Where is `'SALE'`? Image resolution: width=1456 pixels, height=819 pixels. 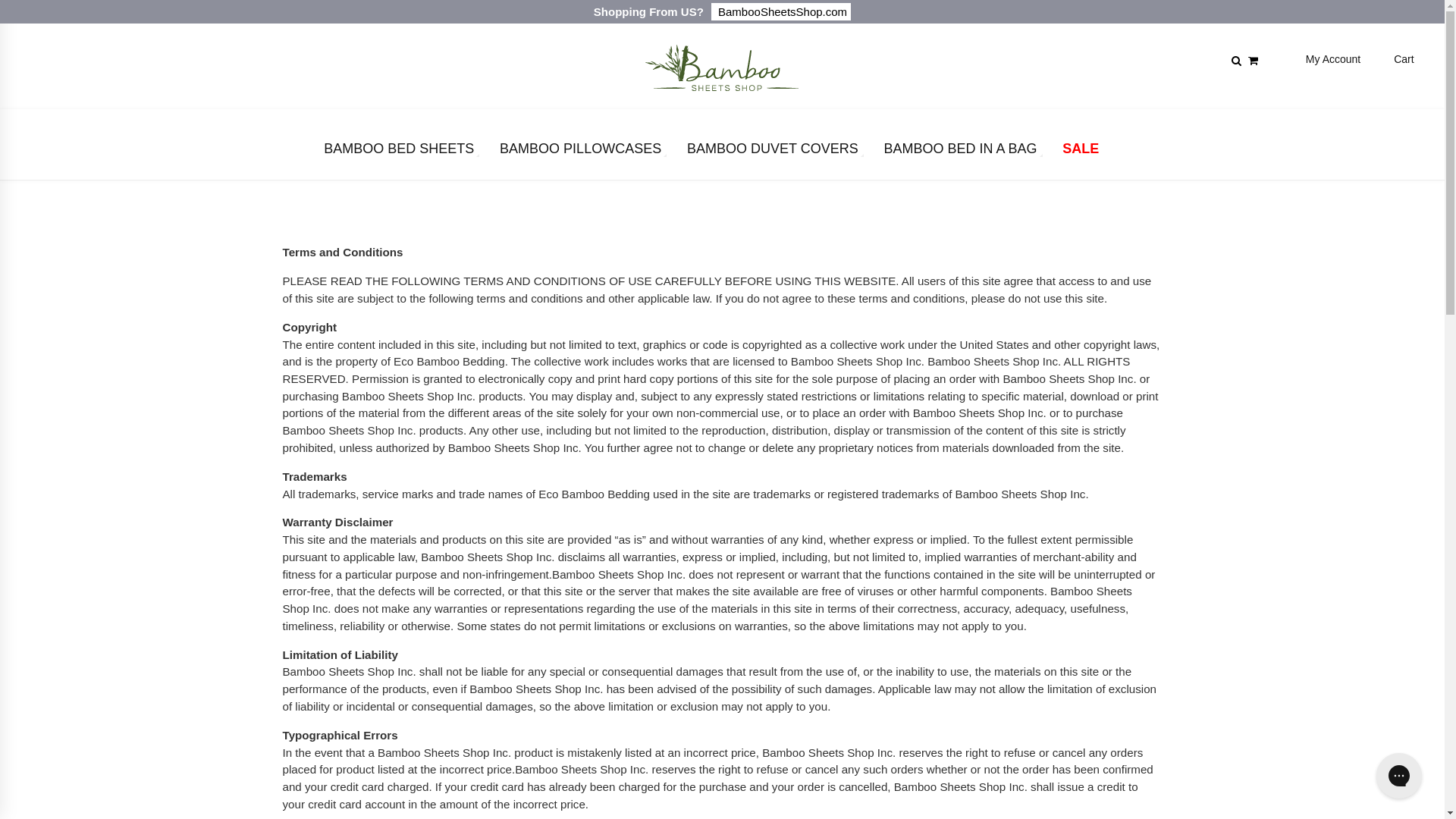 'SALE' is located at coordinates (1080, 152).